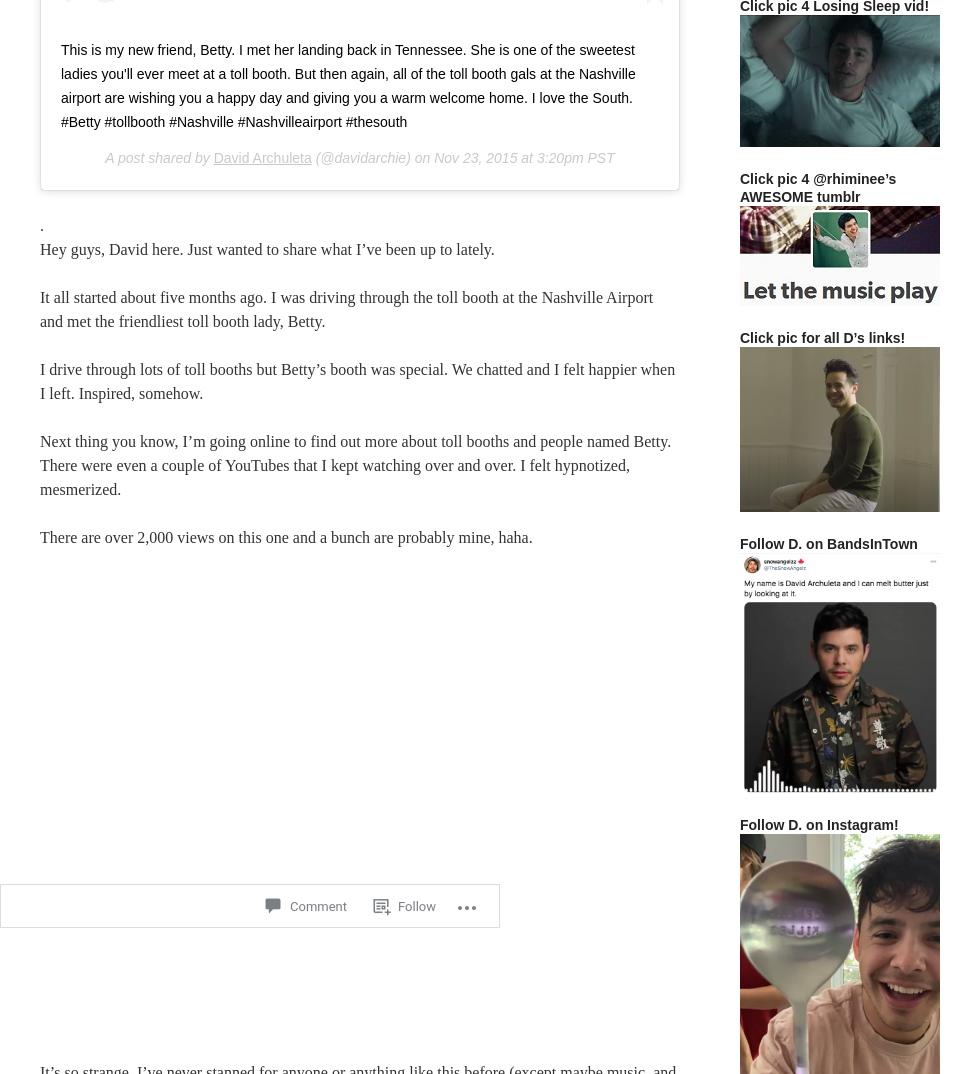  What do you see at coordinates (346, 308) in the screenshot?
I see `'It all started about five months ago. I was driving through the toll booth at the Nashville Airport and met the friendliest toll booth lady, Betty.'` at bounding box center [346, 308].